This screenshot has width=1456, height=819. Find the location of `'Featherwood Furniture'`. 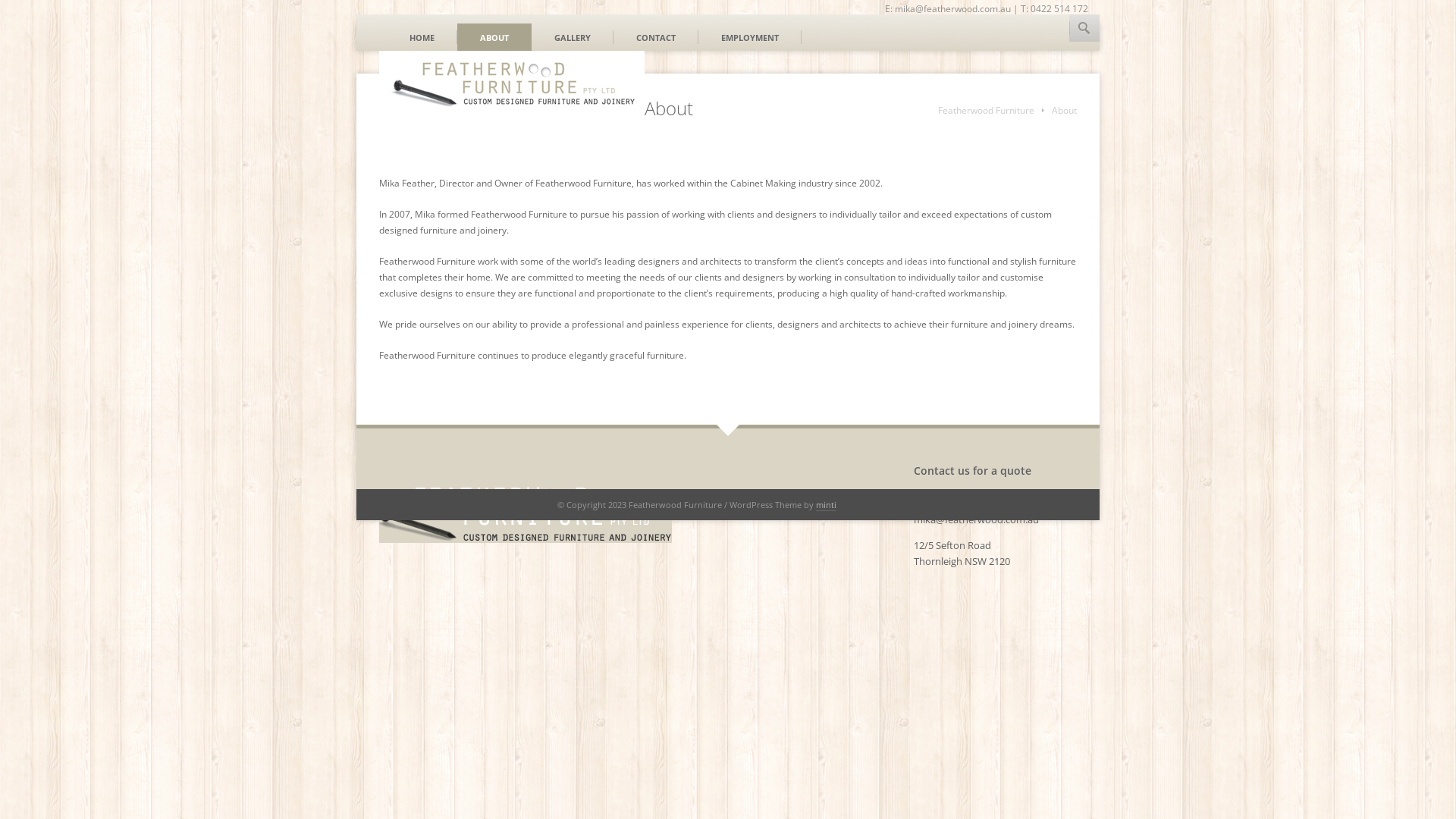

'Featherwood Furniture' is located at coordinates (990, 109).